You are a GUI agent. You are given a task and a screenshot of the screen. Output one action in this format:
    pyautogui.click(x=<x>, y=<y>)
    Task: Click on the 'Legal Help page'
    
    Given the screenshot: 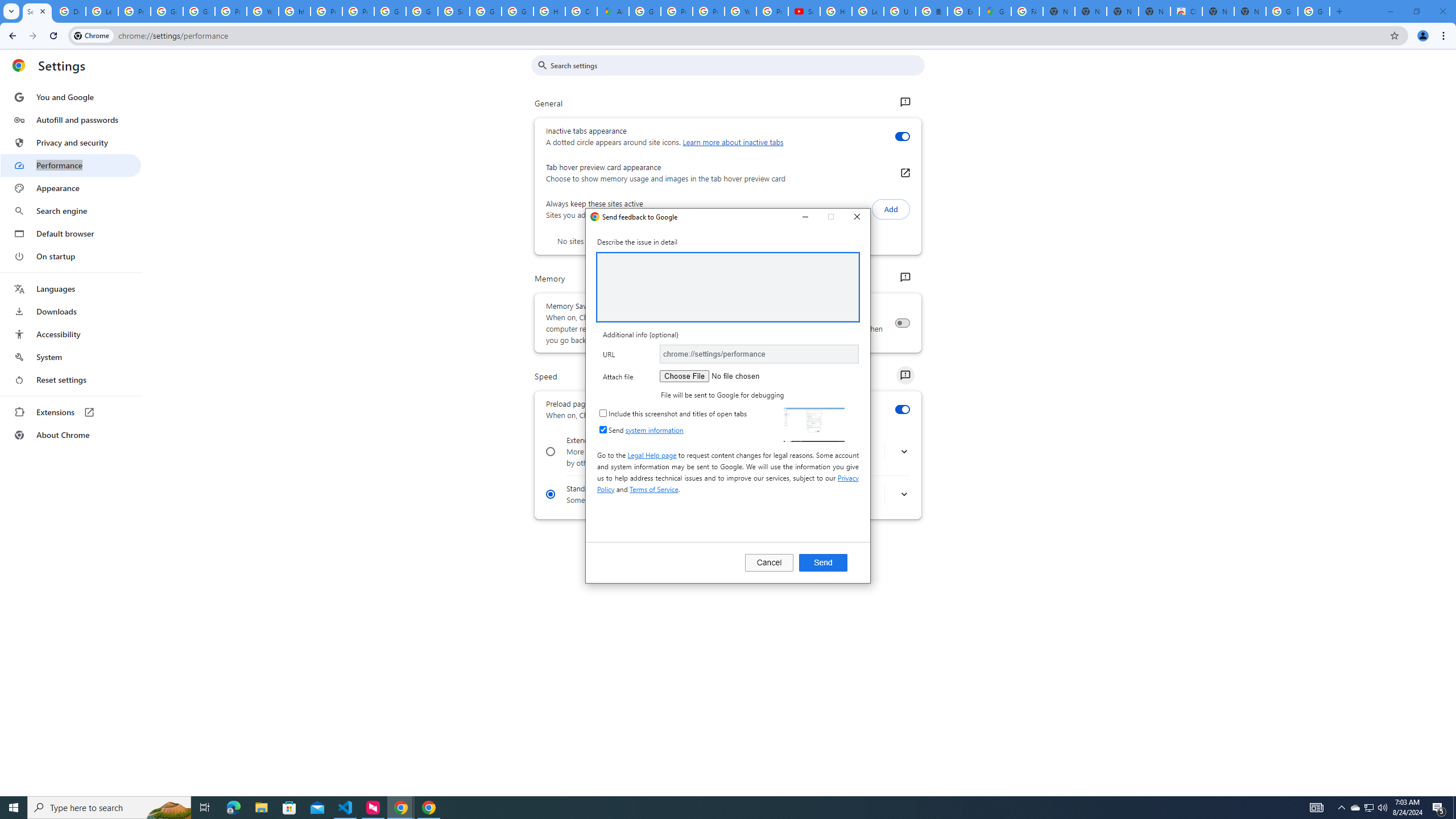 What is the action you would take?
    pyautogui.click(x=651, y=454)
    